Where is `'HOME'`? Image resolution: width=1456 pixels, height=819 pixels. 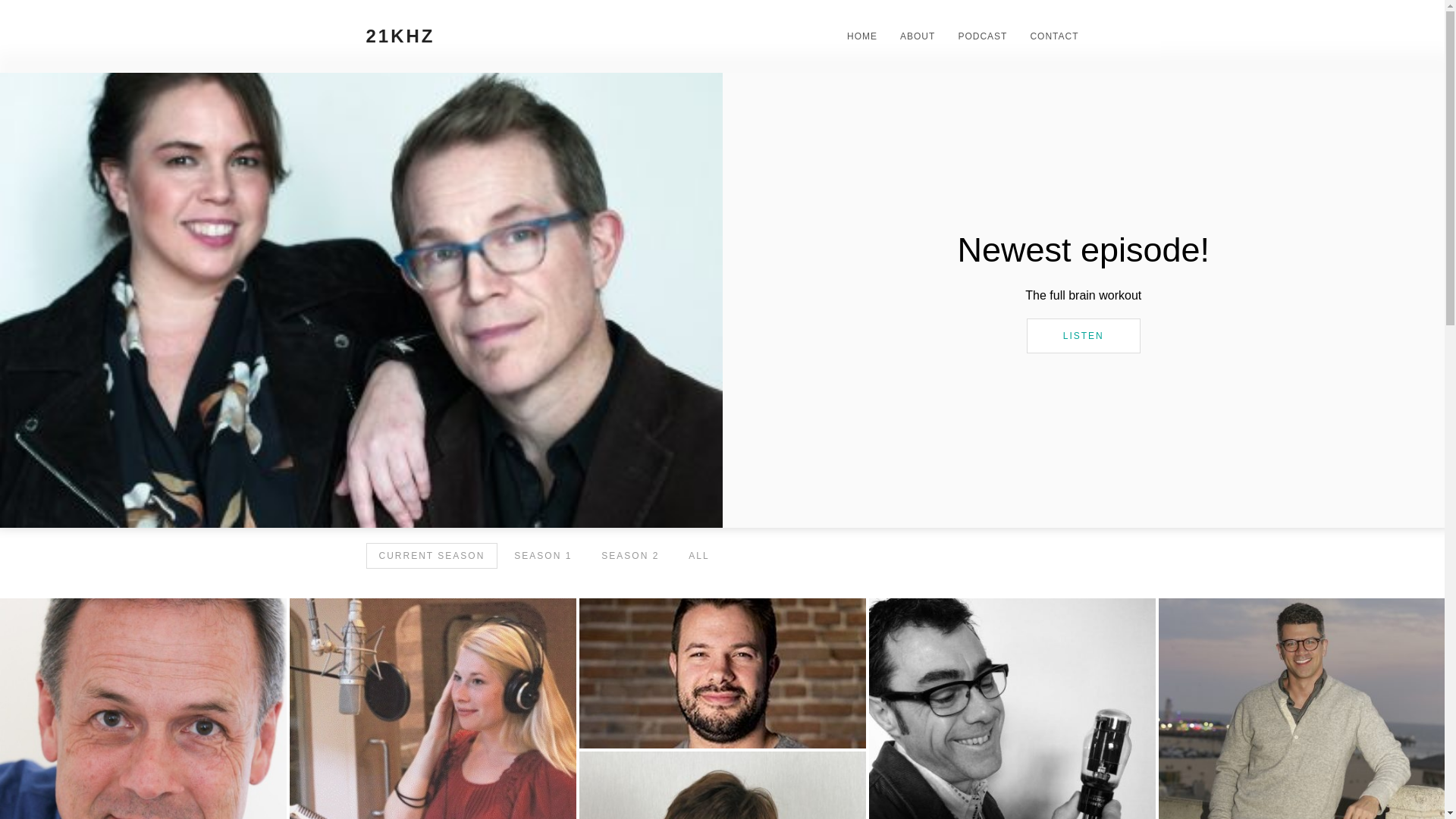
'HOME' is located at coordinates (856, 35).